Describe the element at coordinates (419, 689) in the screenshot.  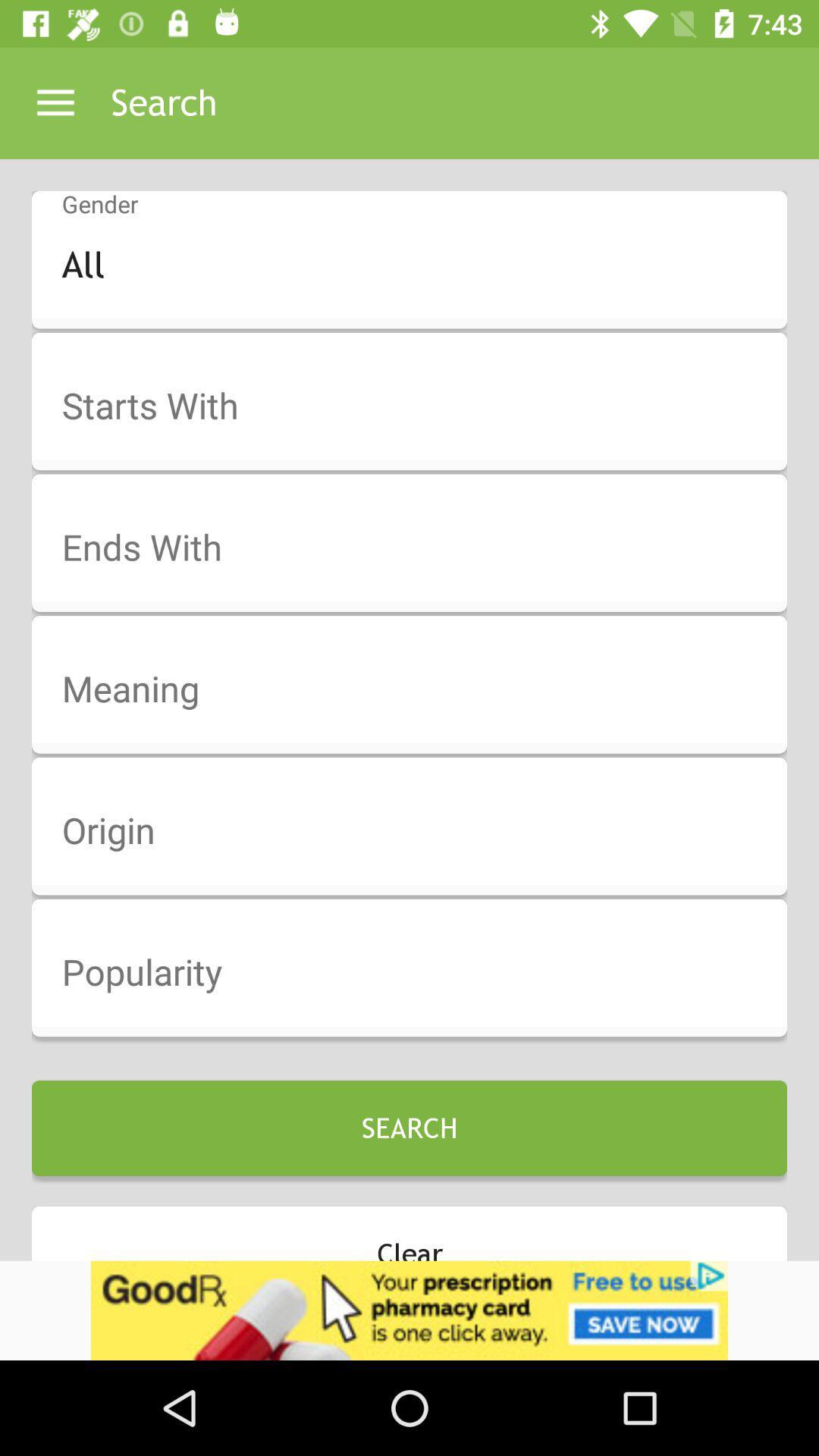
I see `meaning option` at that location.